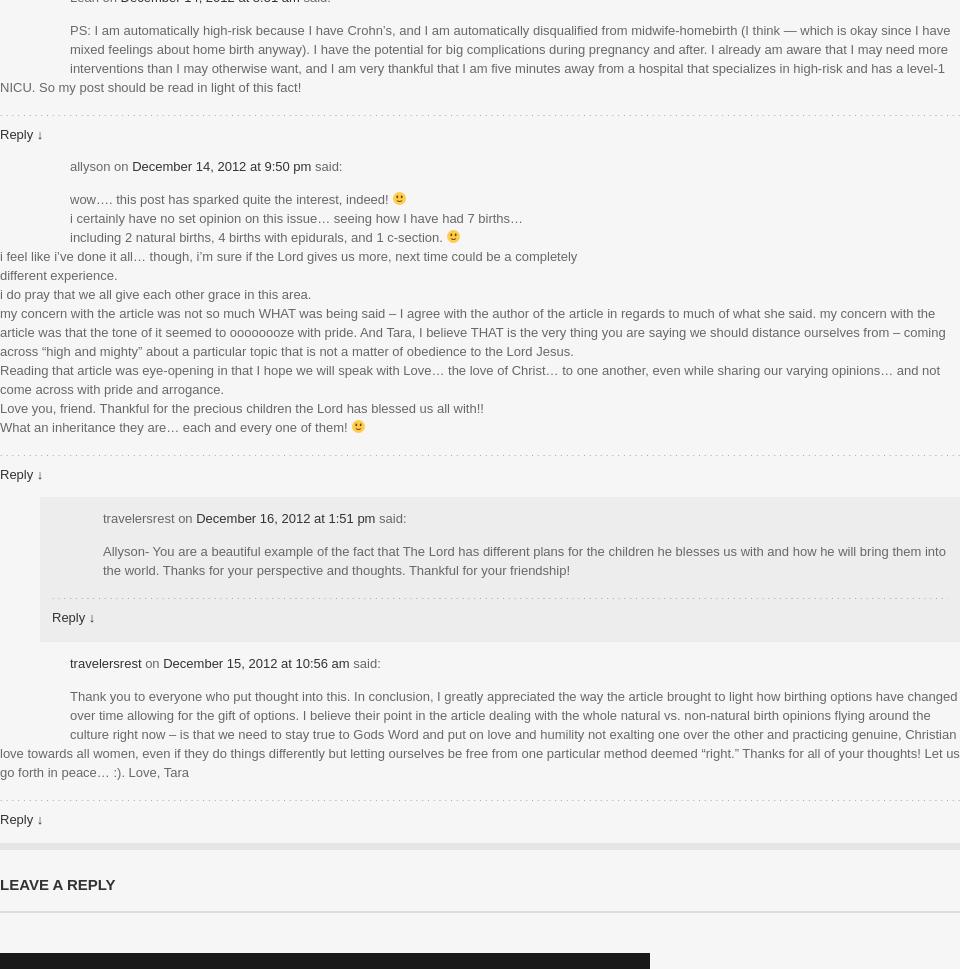  What do you see at coordinates (90, 164) in the screenshot?
I see `'allyson'` at bounding box center [90, 164].